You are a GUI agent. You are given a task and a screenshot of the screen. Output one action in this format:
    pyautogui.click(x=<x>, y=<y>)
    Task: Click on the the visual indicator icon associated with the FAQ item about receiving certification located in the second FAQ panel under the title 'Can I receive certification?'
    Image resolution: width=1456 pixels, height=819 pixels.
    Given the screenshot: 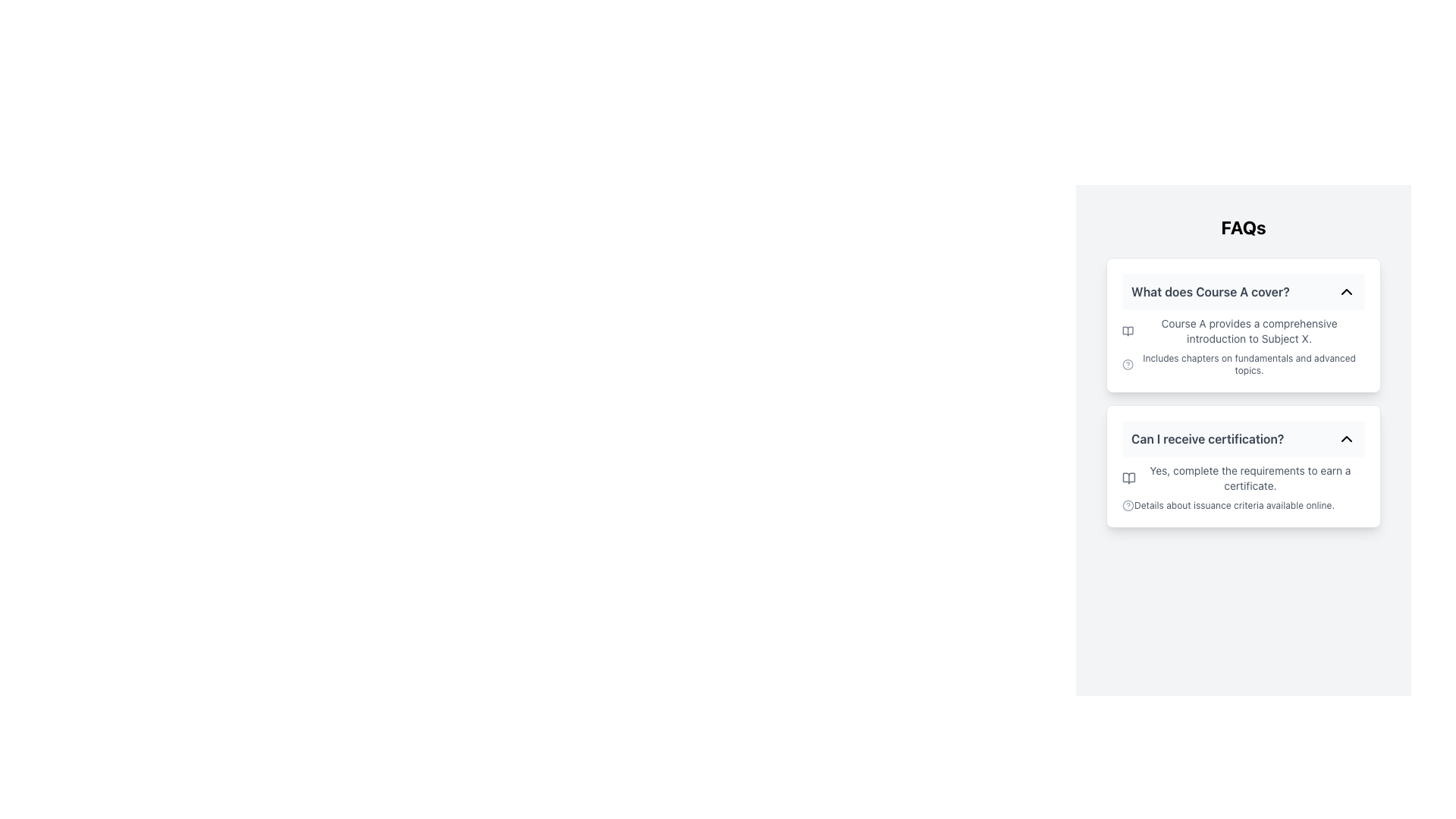 What is the action you would take?
    pyautogui.click(x=1128, y=479)
    